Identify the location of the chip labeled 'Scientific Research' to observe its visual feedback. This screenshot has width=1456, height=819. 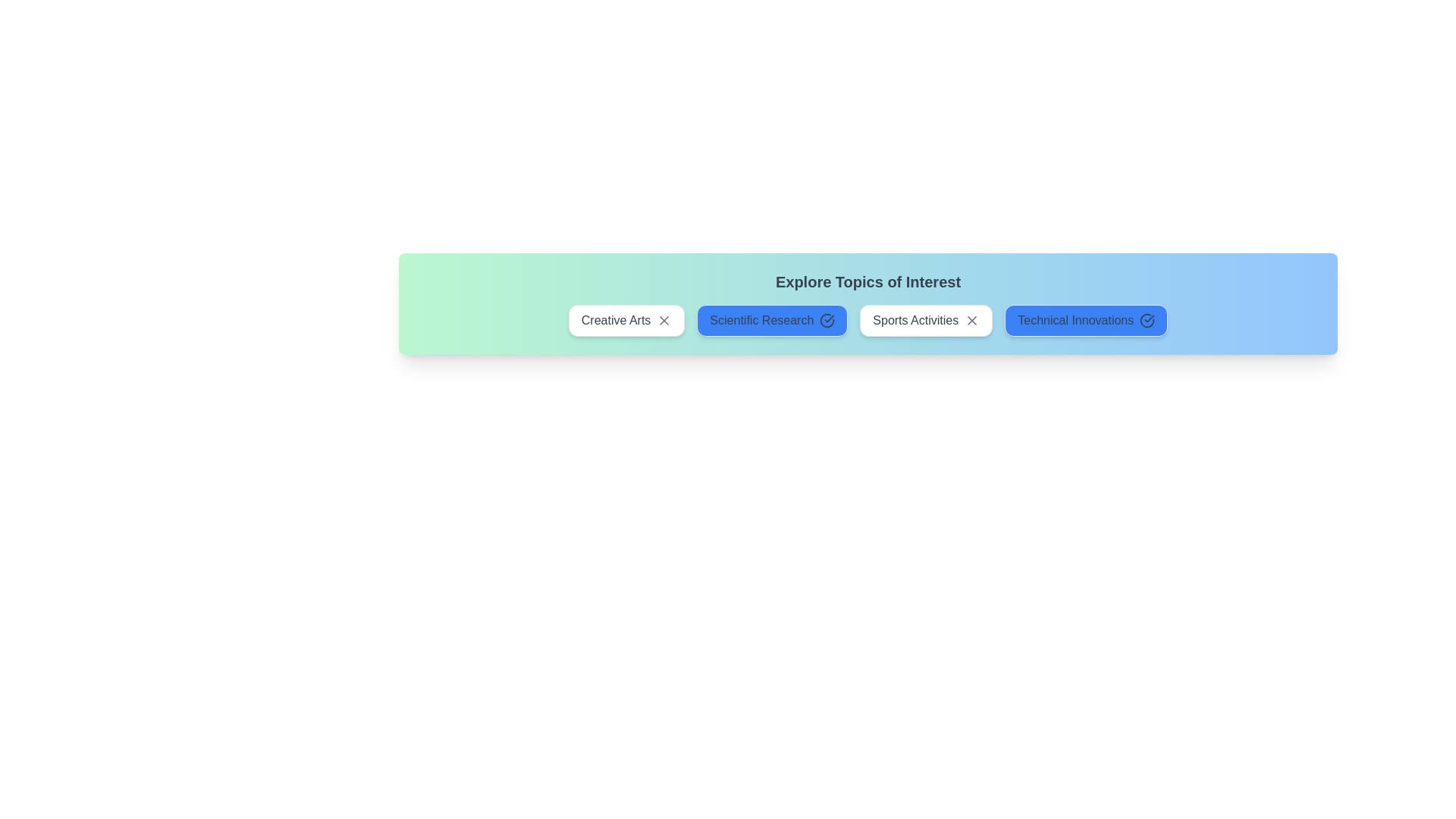
(772, 320).